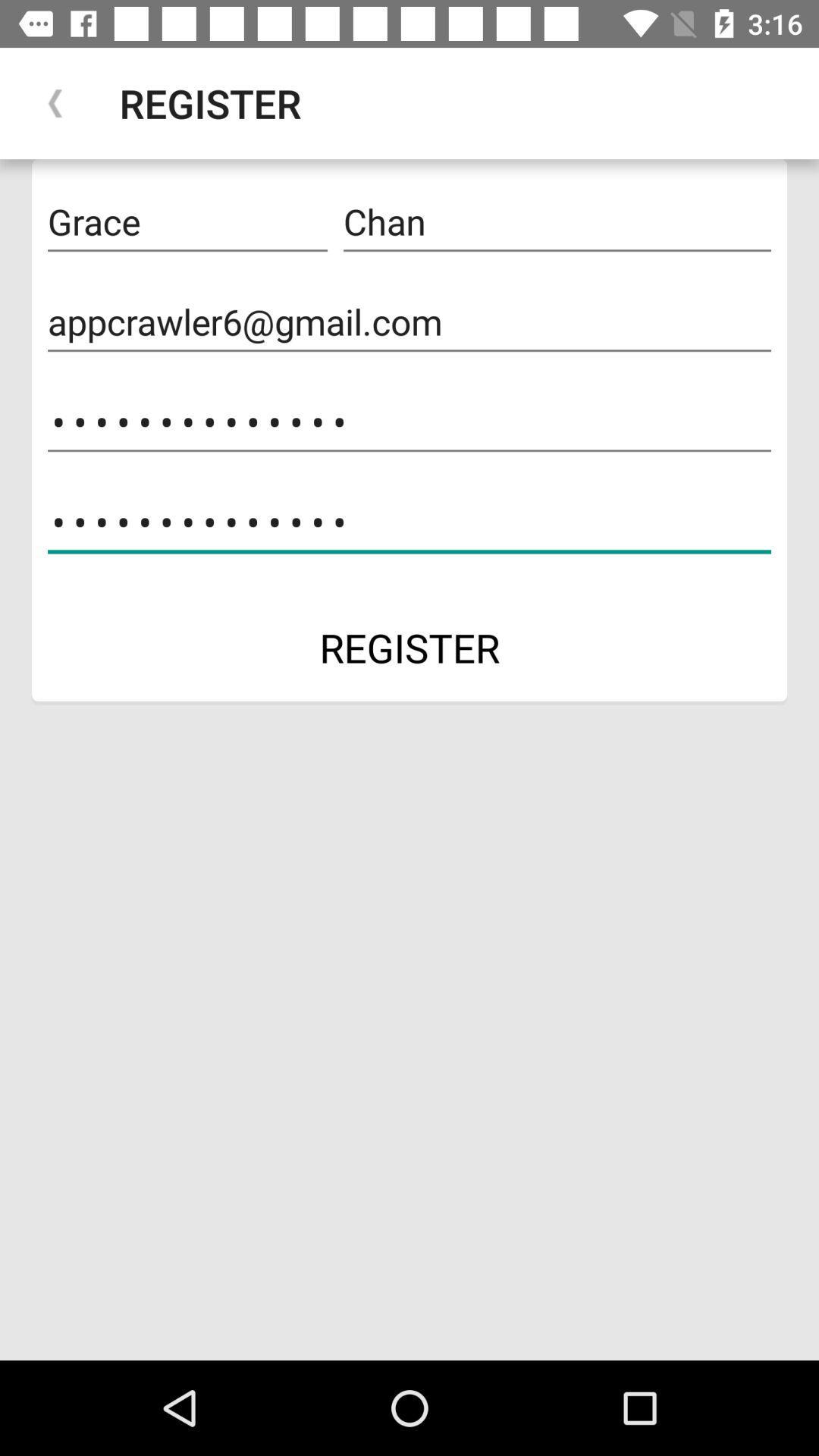 The image size is (819, 1456). I want to click on item to the left of register, so click(55, 102).